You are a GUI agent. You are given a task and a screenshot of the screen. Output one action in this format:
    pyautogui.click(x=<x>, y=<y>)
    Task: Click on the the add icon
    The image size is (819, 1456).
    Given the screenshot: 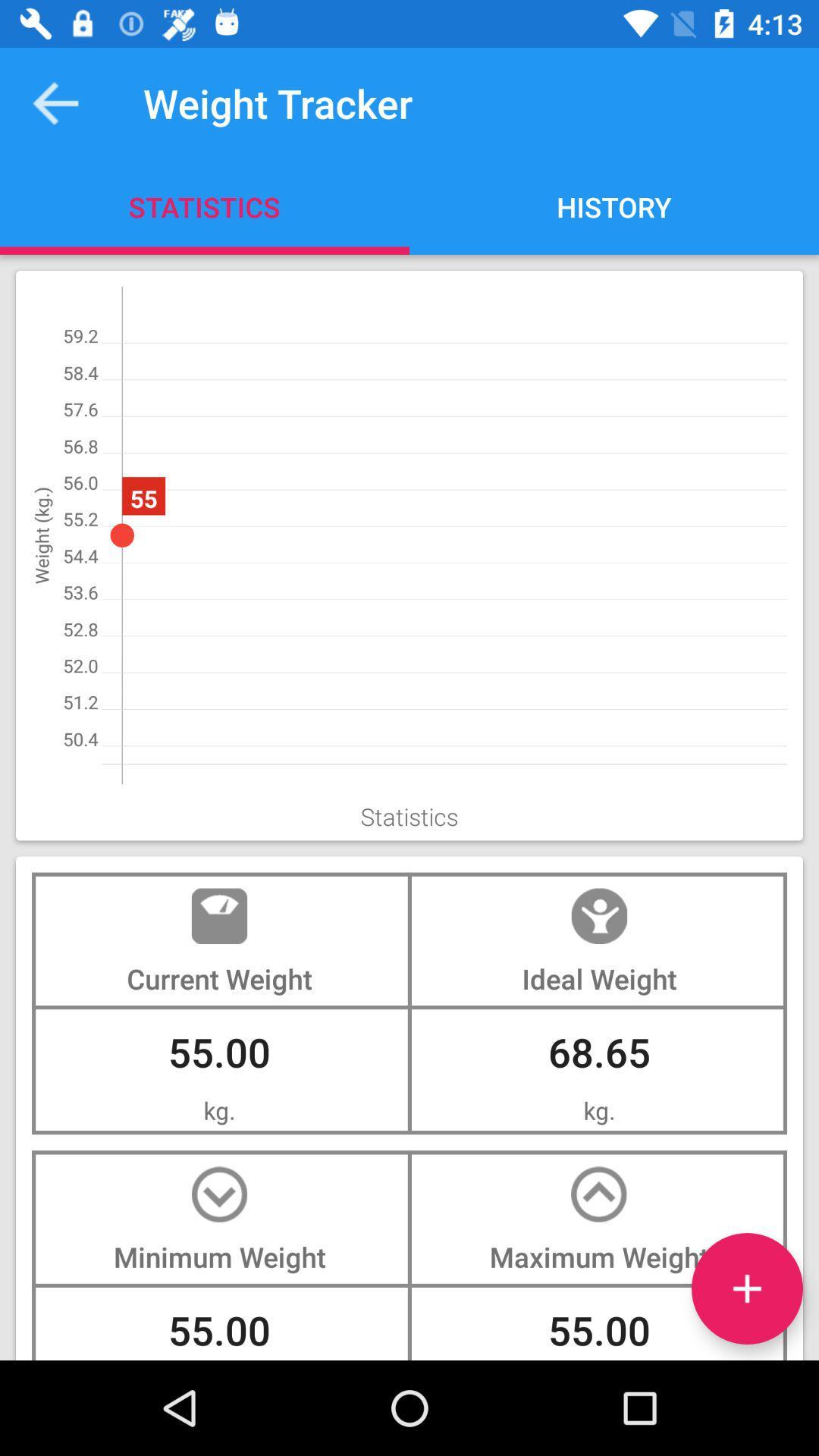 What is the action you would take?
    pyautogui.click(x=746, y=1288)
    